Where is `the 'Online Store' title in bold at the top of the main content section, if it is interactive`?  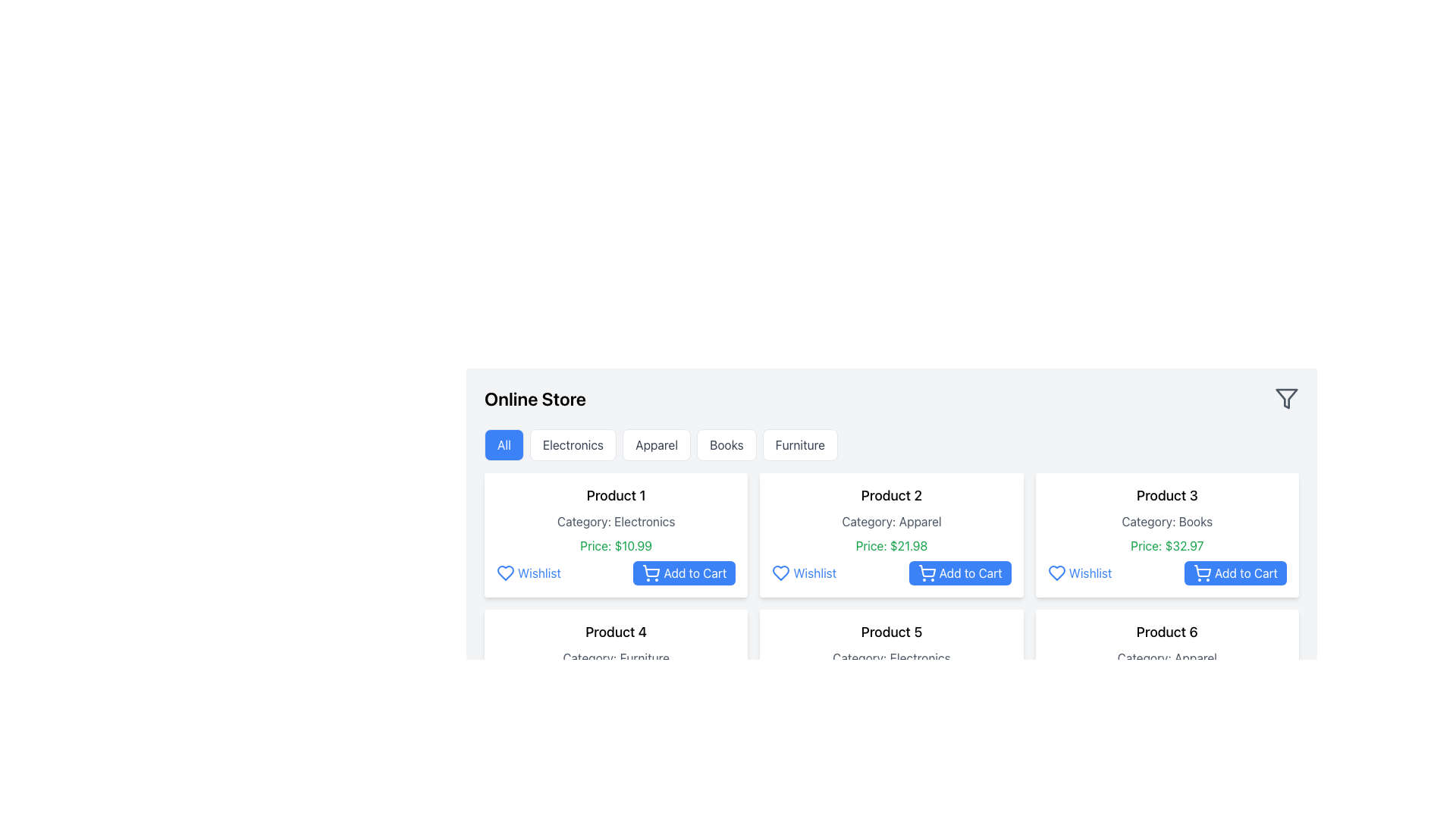 the 'Online Store' title in bold at the top of the main content section, if it is interactive is located at coordinates (892, 397).